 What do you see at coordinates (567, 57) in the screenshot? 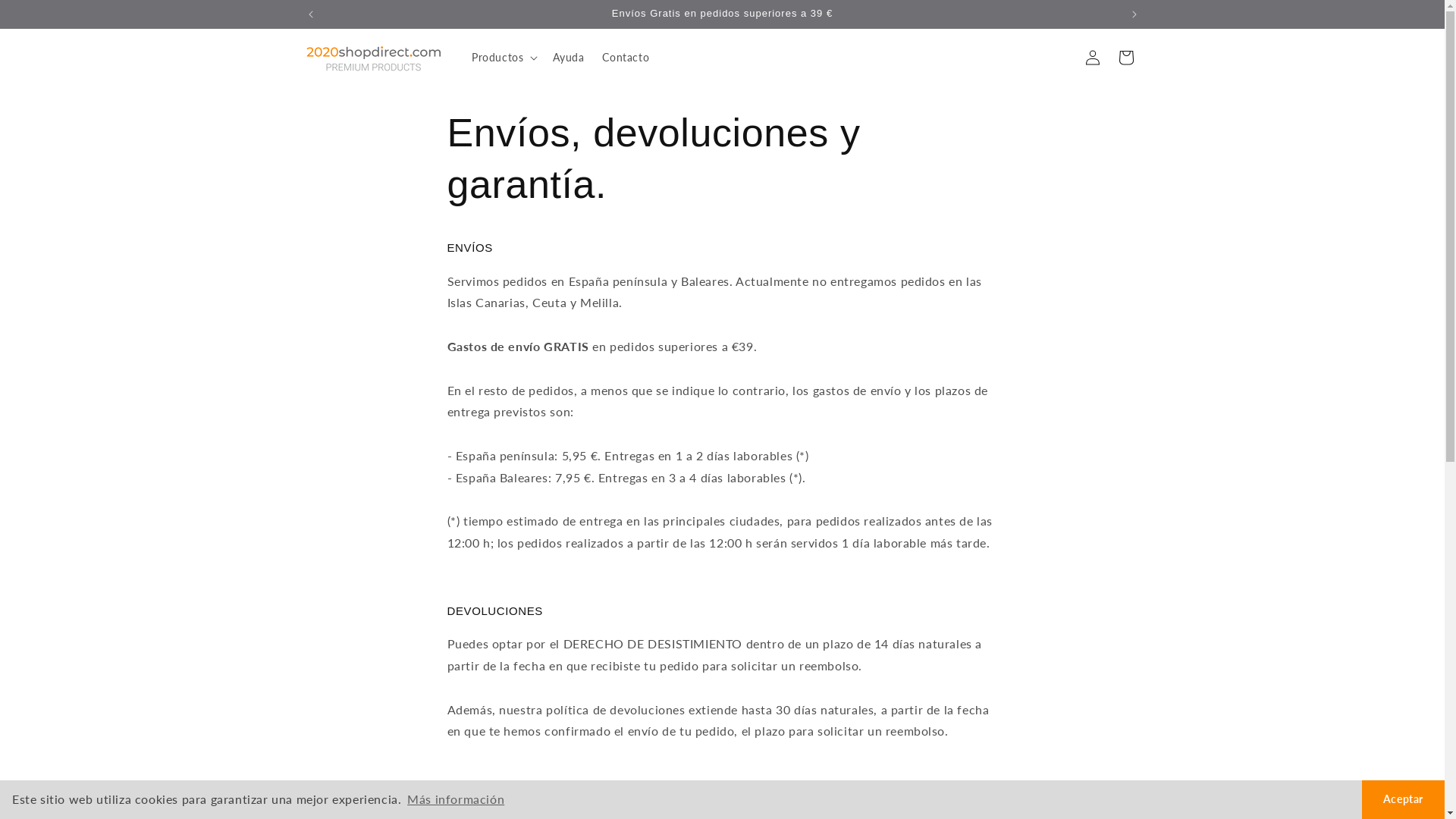
I see `'Ayuda'` at bounding box center [567, 57].